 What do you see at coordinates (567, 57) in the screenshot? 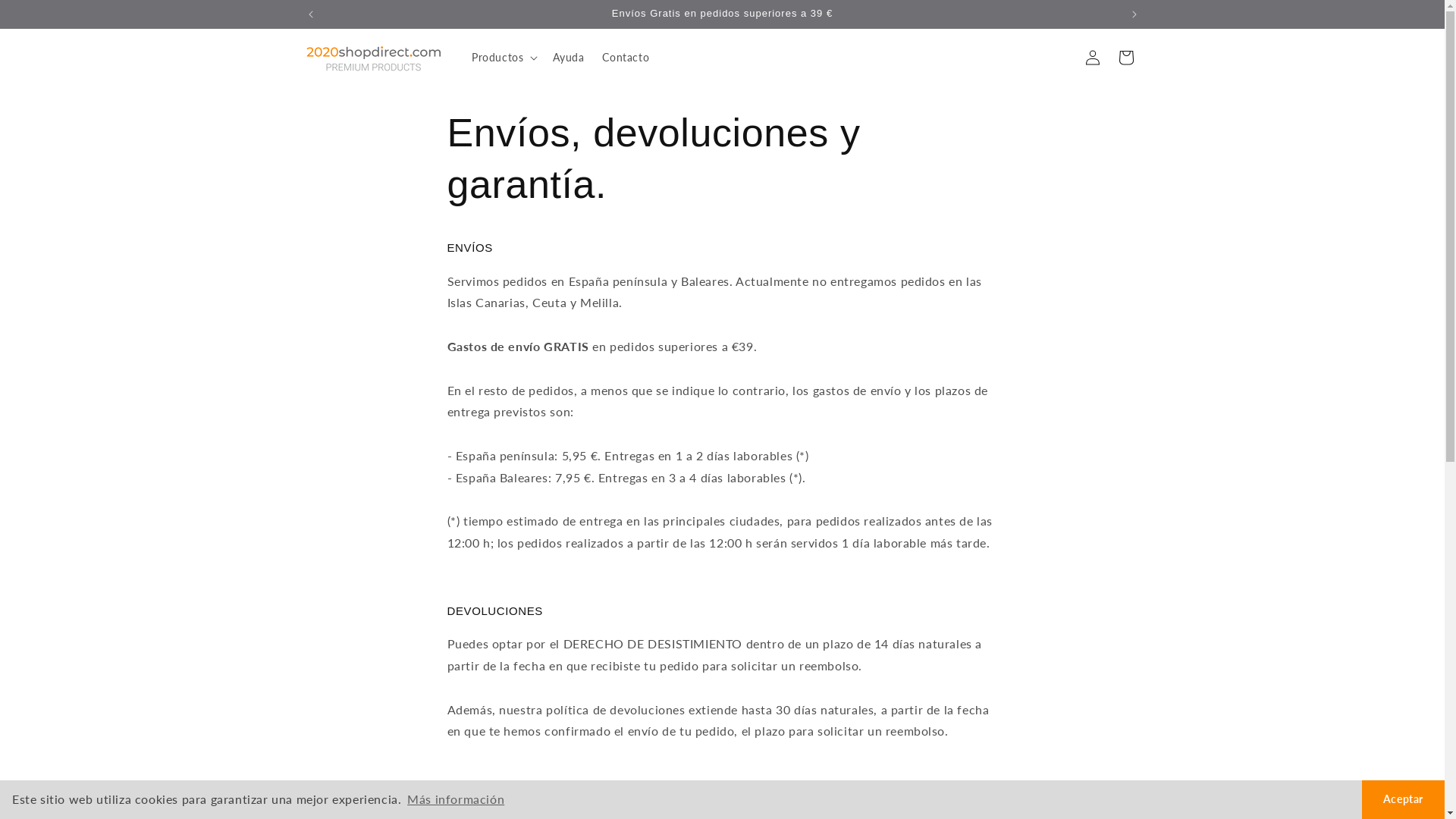
I see `'Ayuda'` at bounding box center [567, 57].